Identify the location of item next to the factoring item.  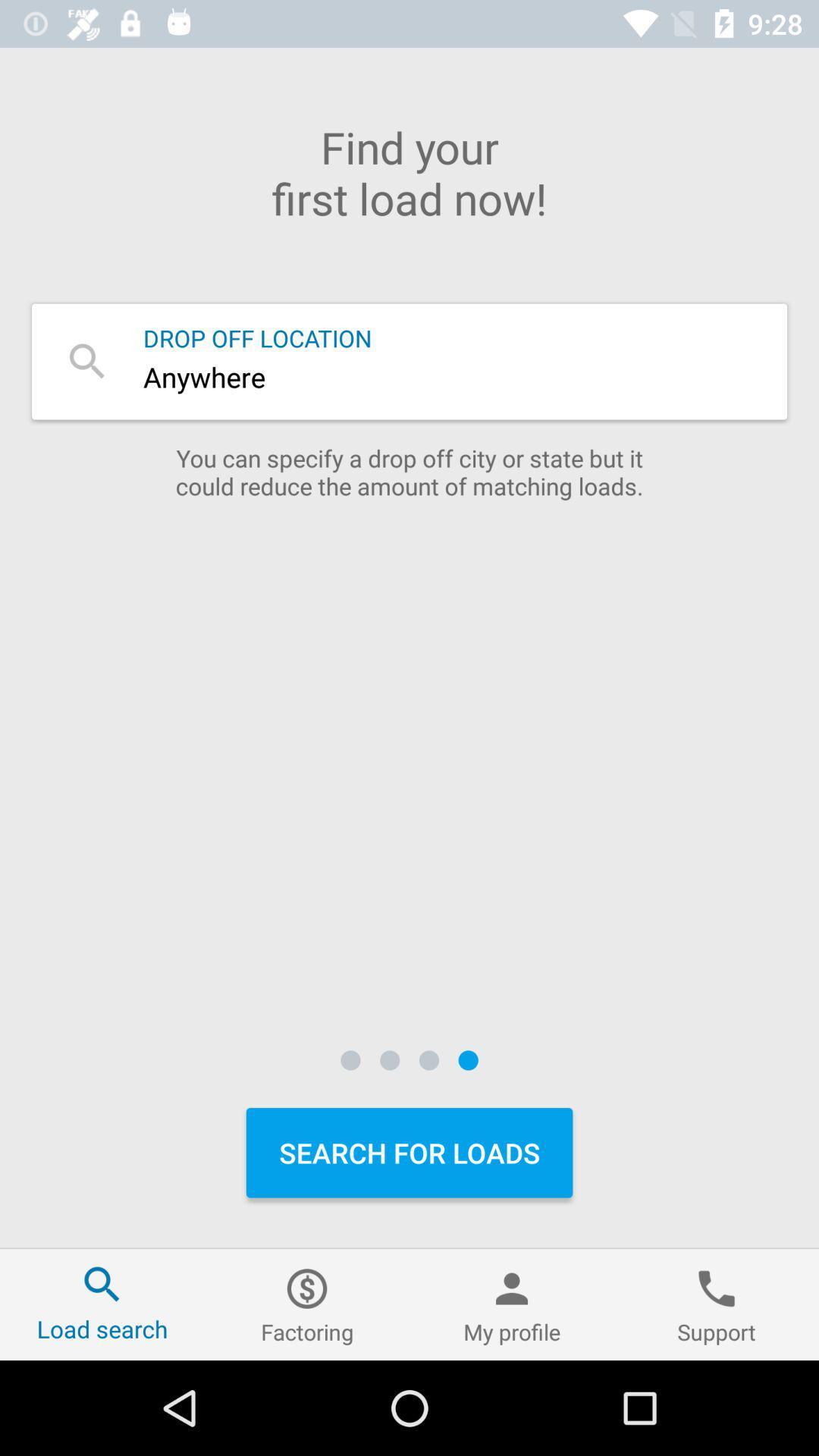
(512, 1304).